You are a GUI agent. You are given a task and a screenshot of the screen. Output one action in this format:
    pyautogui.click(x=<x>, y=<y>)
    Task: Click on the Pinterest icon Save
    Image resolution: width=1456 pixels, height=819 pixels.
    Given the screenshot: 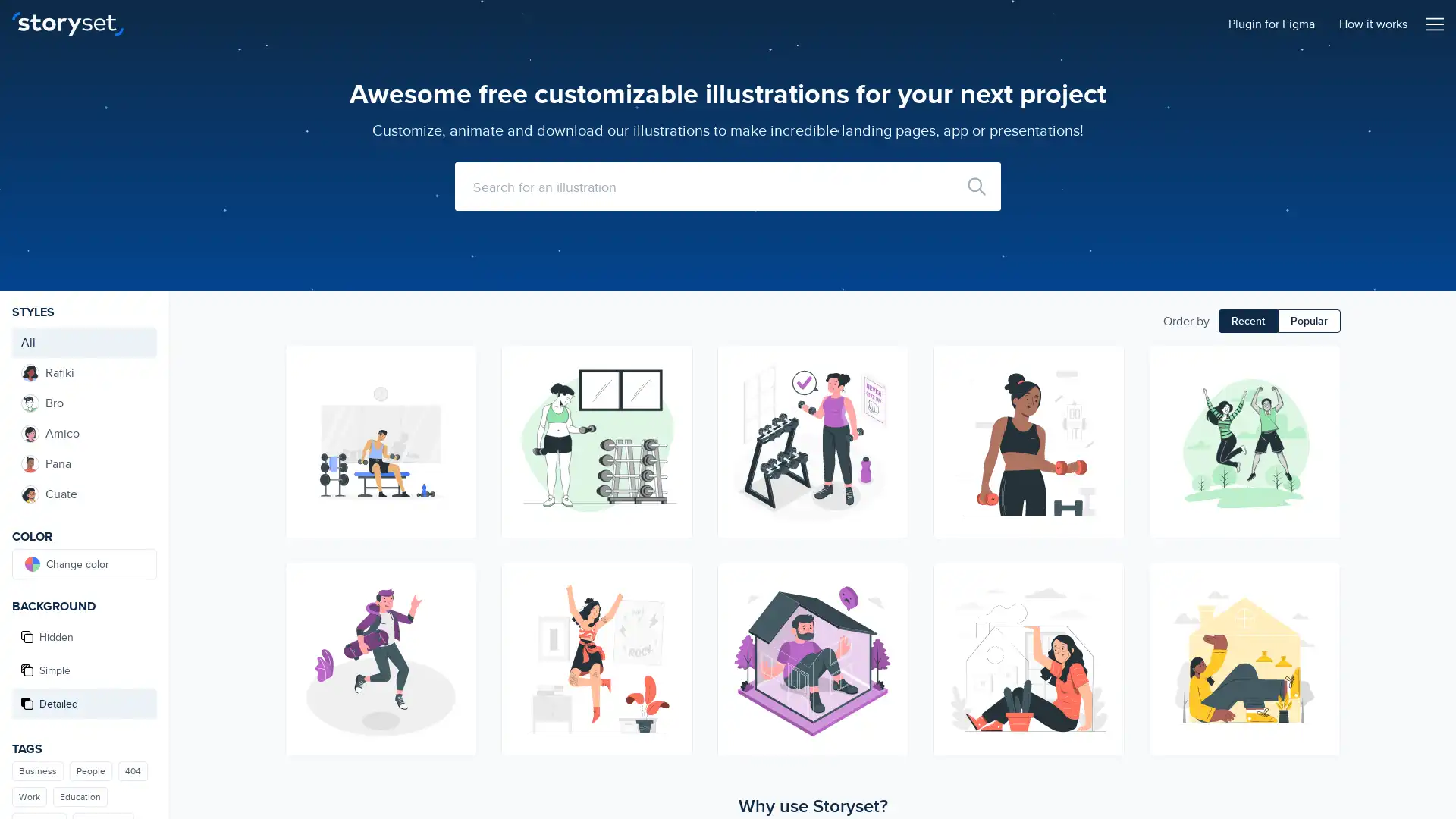 What is the action you would take?
    pyautogui.click(x=1320, y=418)
    